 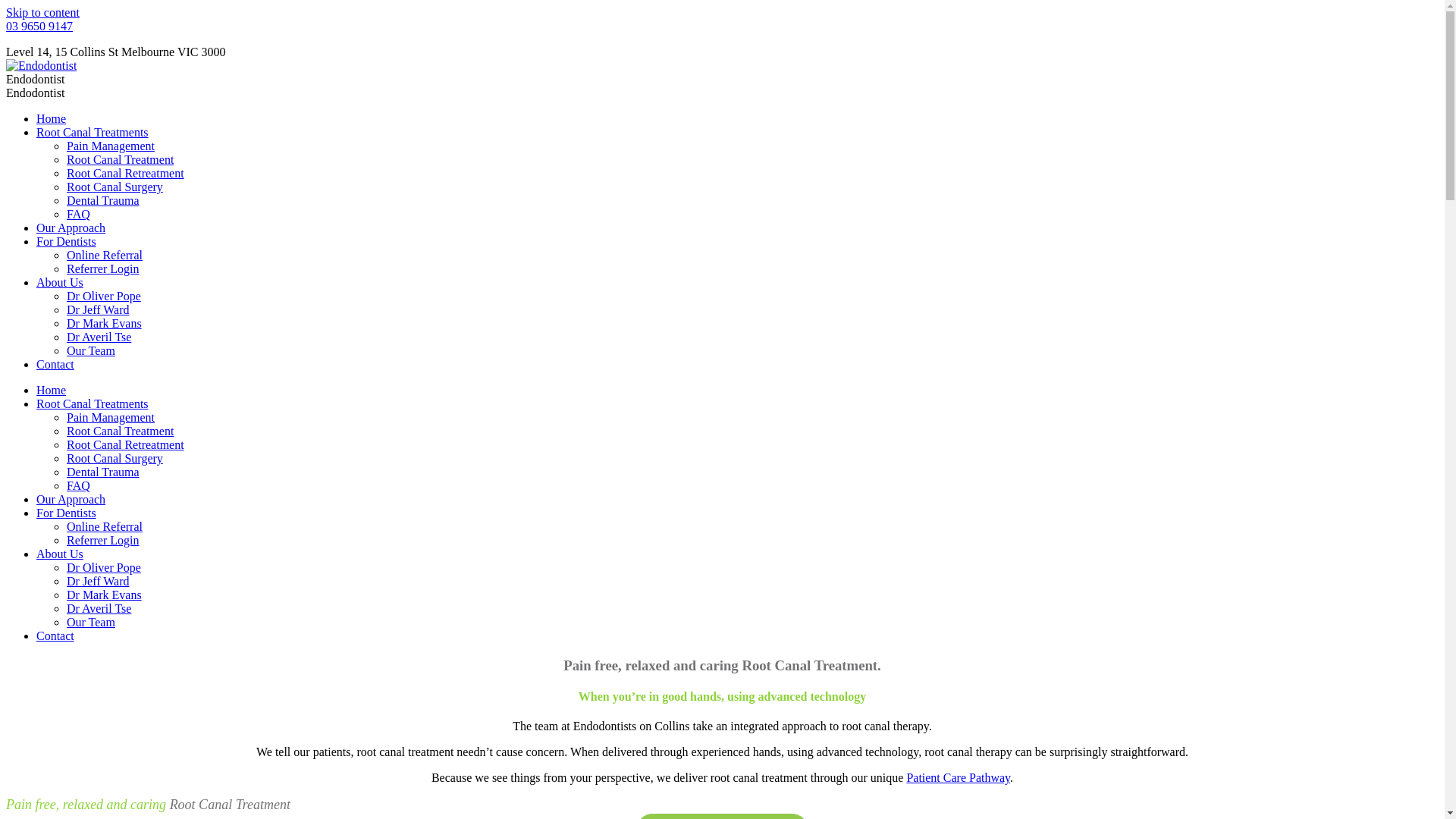 What do you see at coordinates (102, 471) in the screenshot?
I see `'Dental Trauma'` at bounding box center [102, 471].